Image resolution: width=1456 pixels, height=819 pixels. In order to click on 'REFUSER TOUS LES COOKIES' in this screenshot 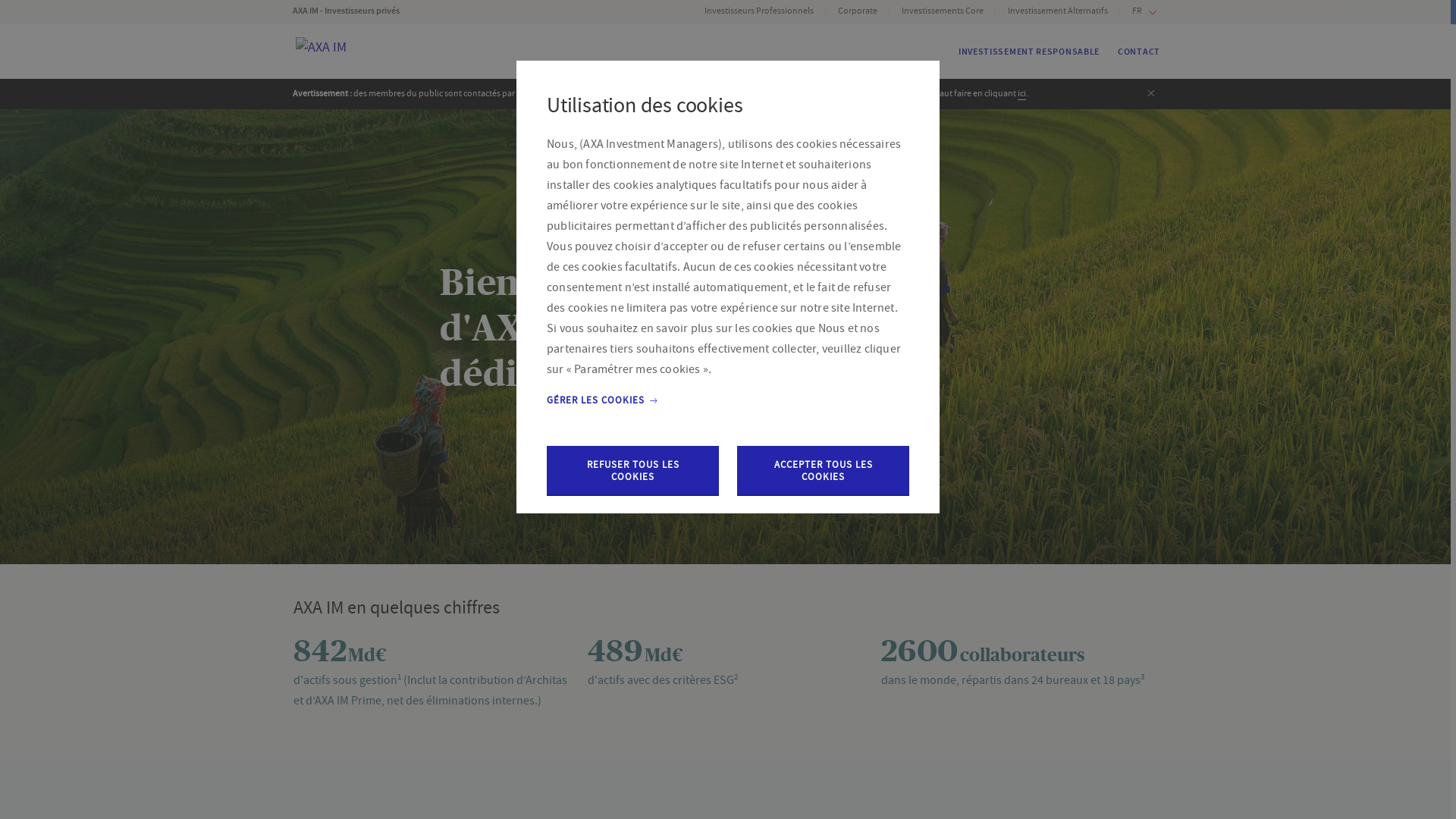, I will do `click(632, 470)`.